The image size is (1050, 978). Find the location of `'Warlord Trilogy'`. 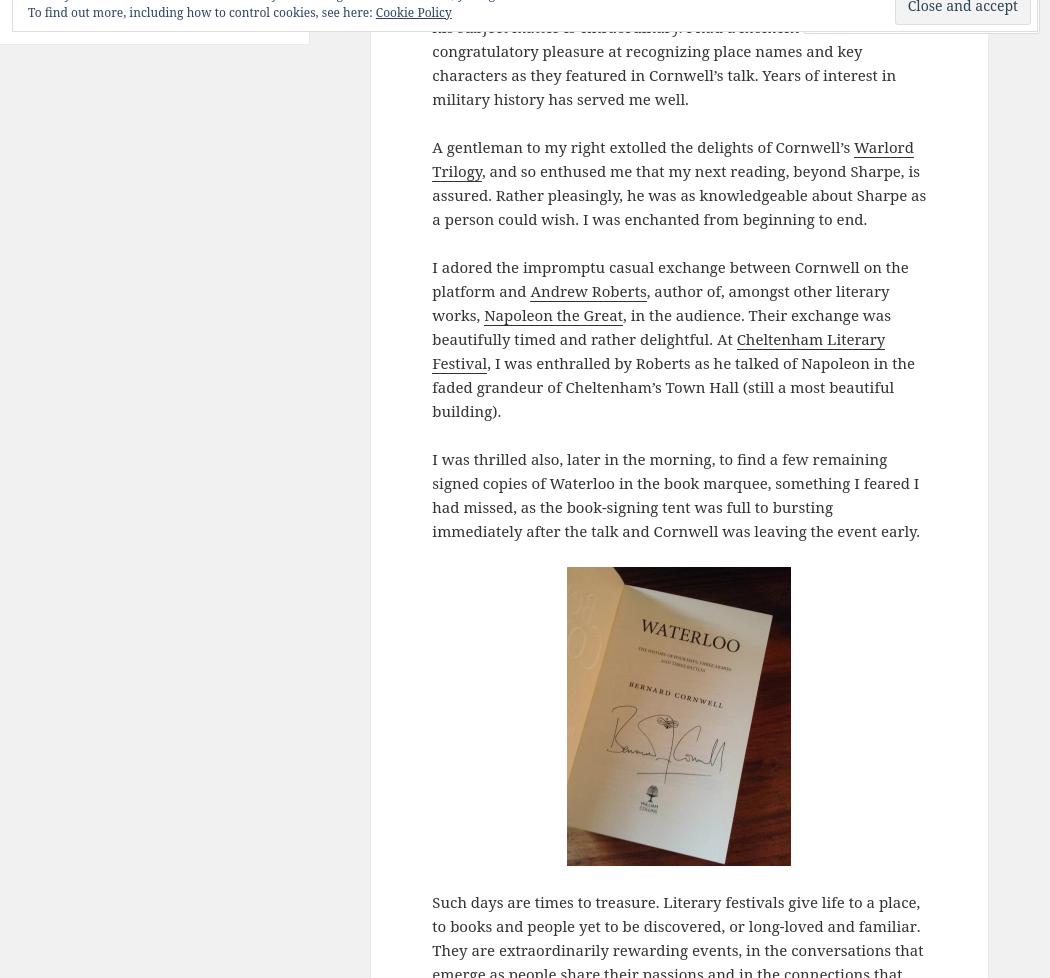

'Warlord Trilogy' is located at coordinates (671, 158).